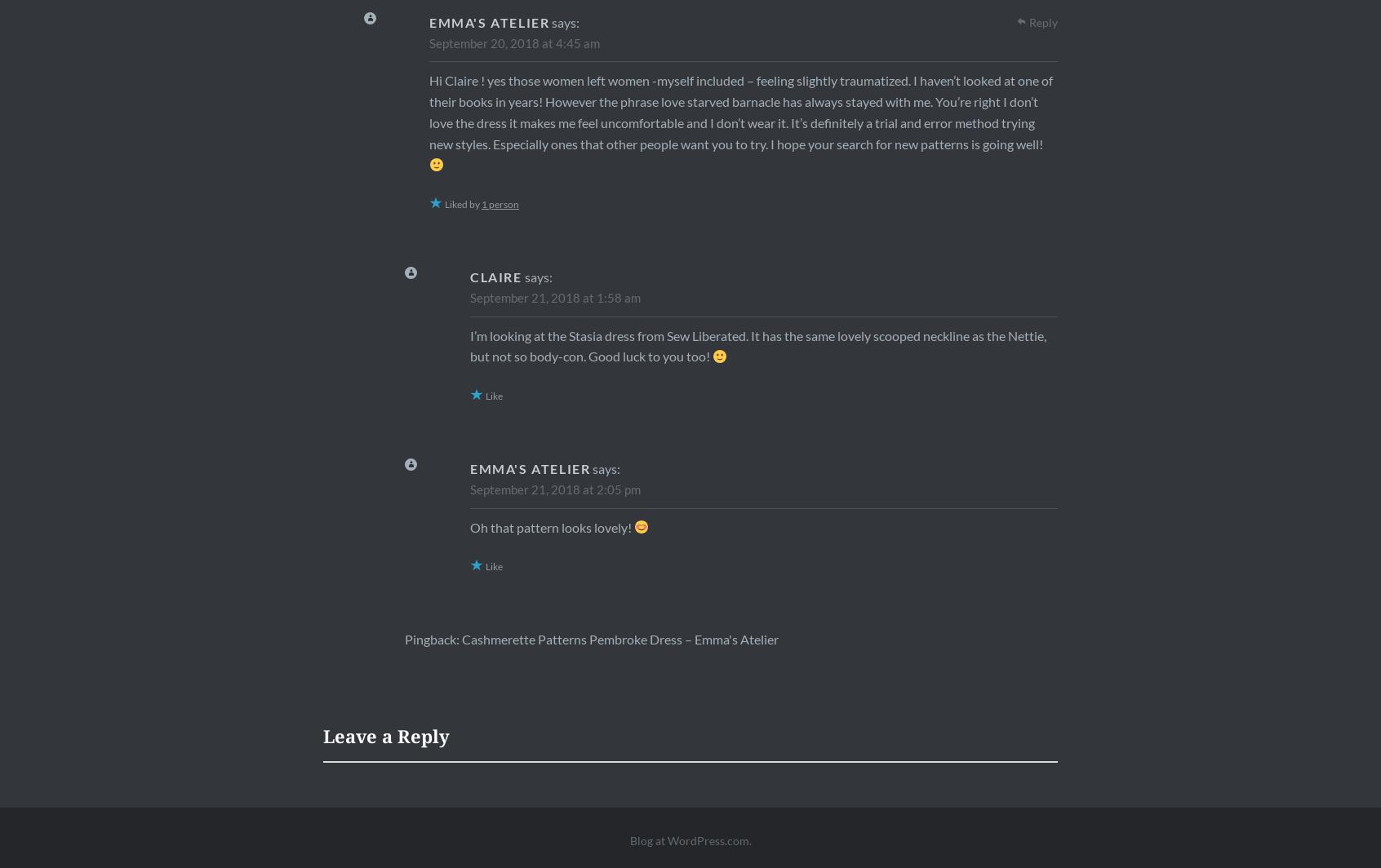 This screenshot has width=1381, height=868. Describe the element at coordinates (468, 297) in the screenshot. I see `'September 21, 2018 at 1:58 am'` at that location.